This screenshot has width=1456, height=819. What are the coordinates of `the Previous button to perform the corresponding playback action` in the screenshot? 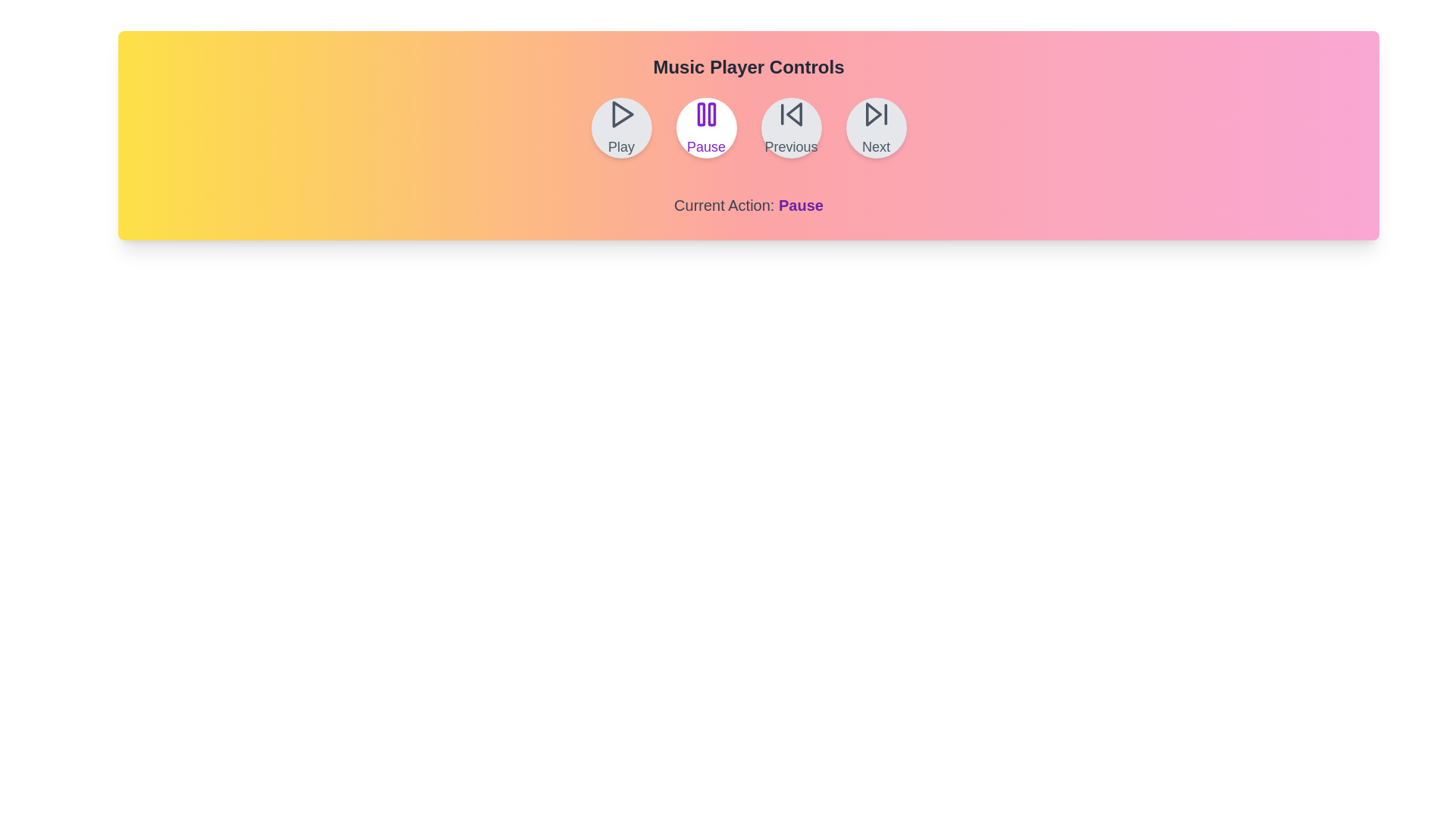 It's located at (790, 127).